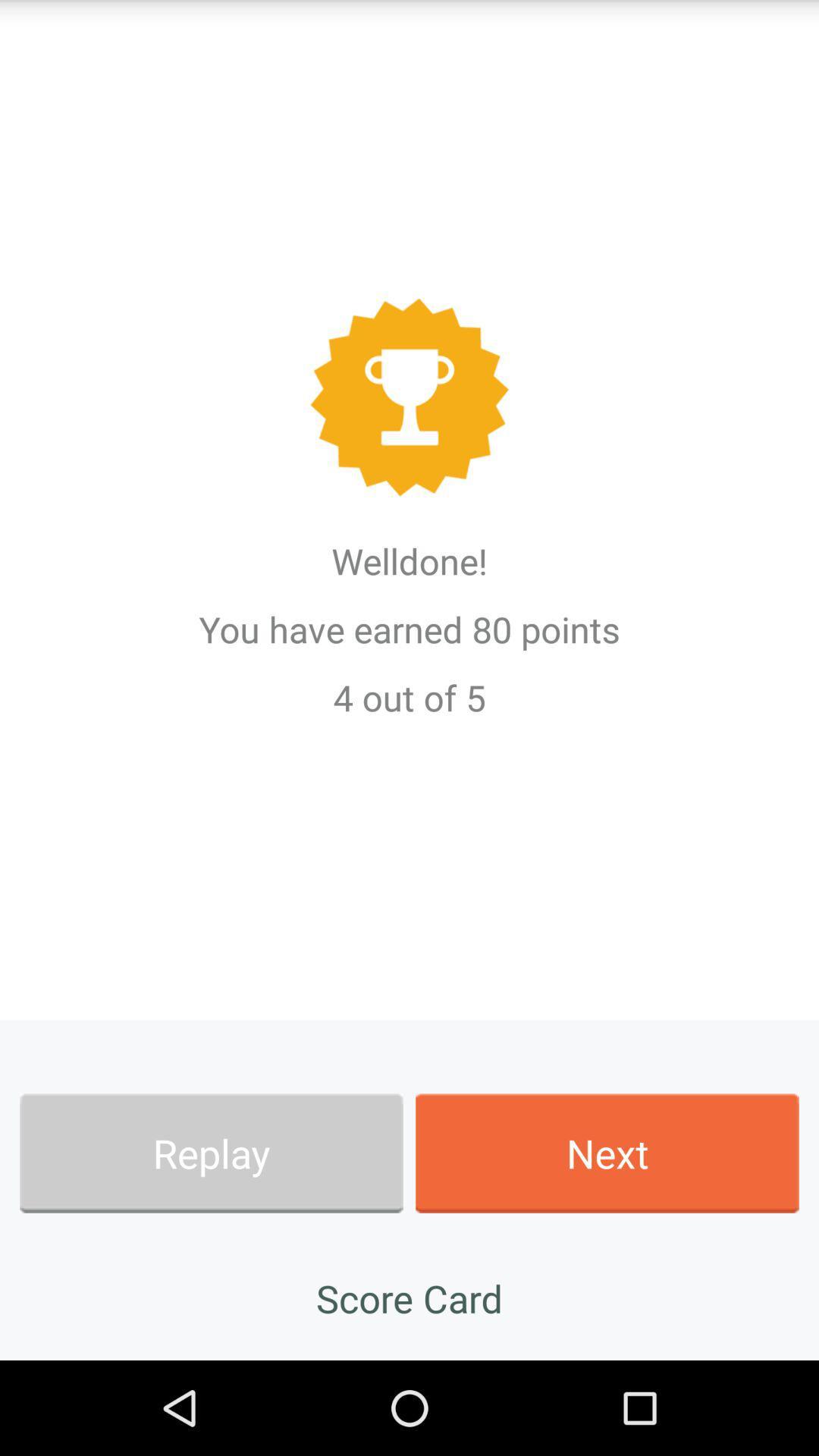 Image resolution: width=819 pixels, height=1456 pixels. Describe the element at coordinates (607, 1153) in the screenshot. I see `the app next to the replay` at that location.